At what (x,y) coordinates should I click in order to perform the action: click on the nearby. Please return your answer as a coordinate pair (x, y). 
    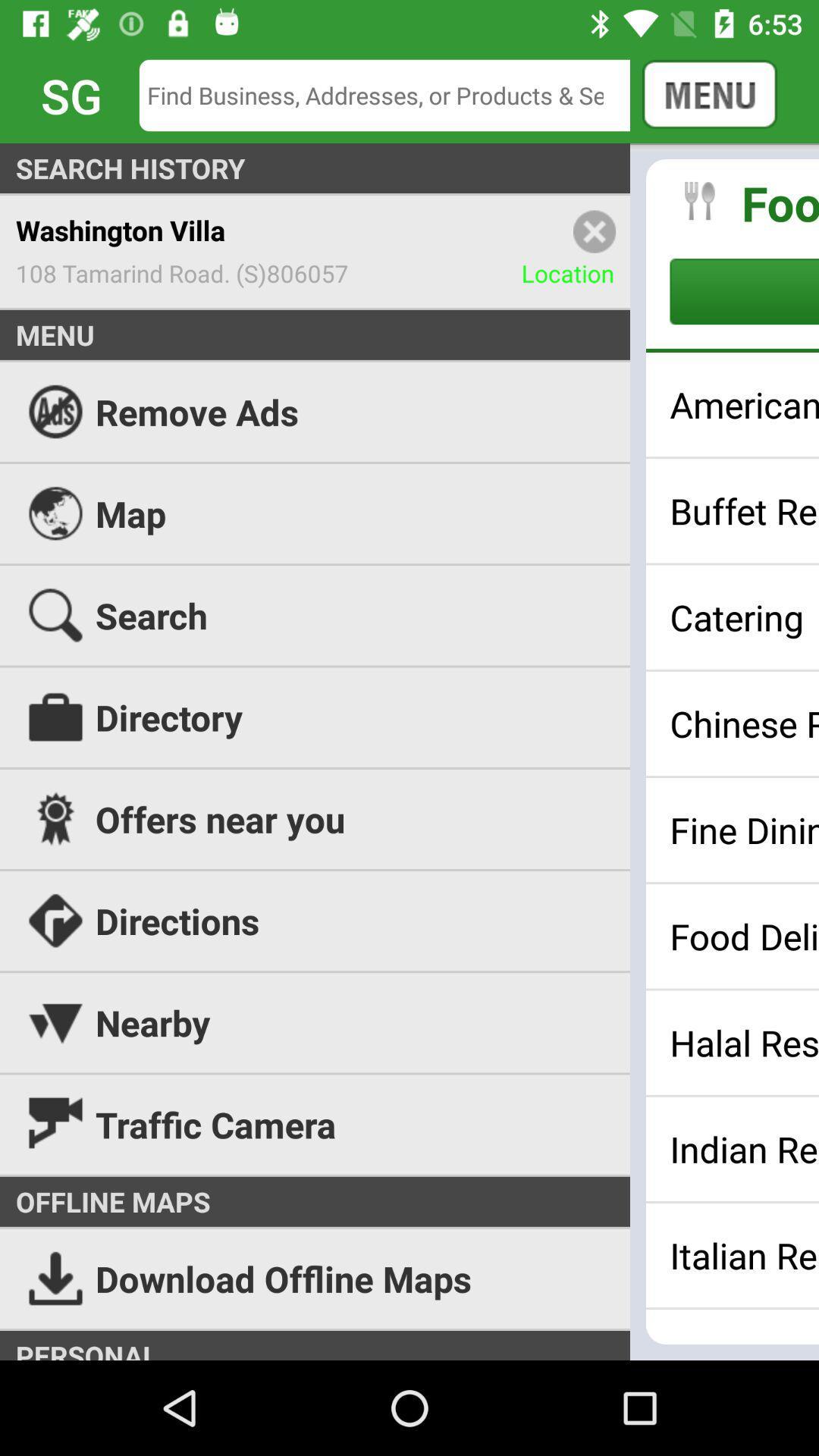
    Looking at the image, I should click on (409, 1022).